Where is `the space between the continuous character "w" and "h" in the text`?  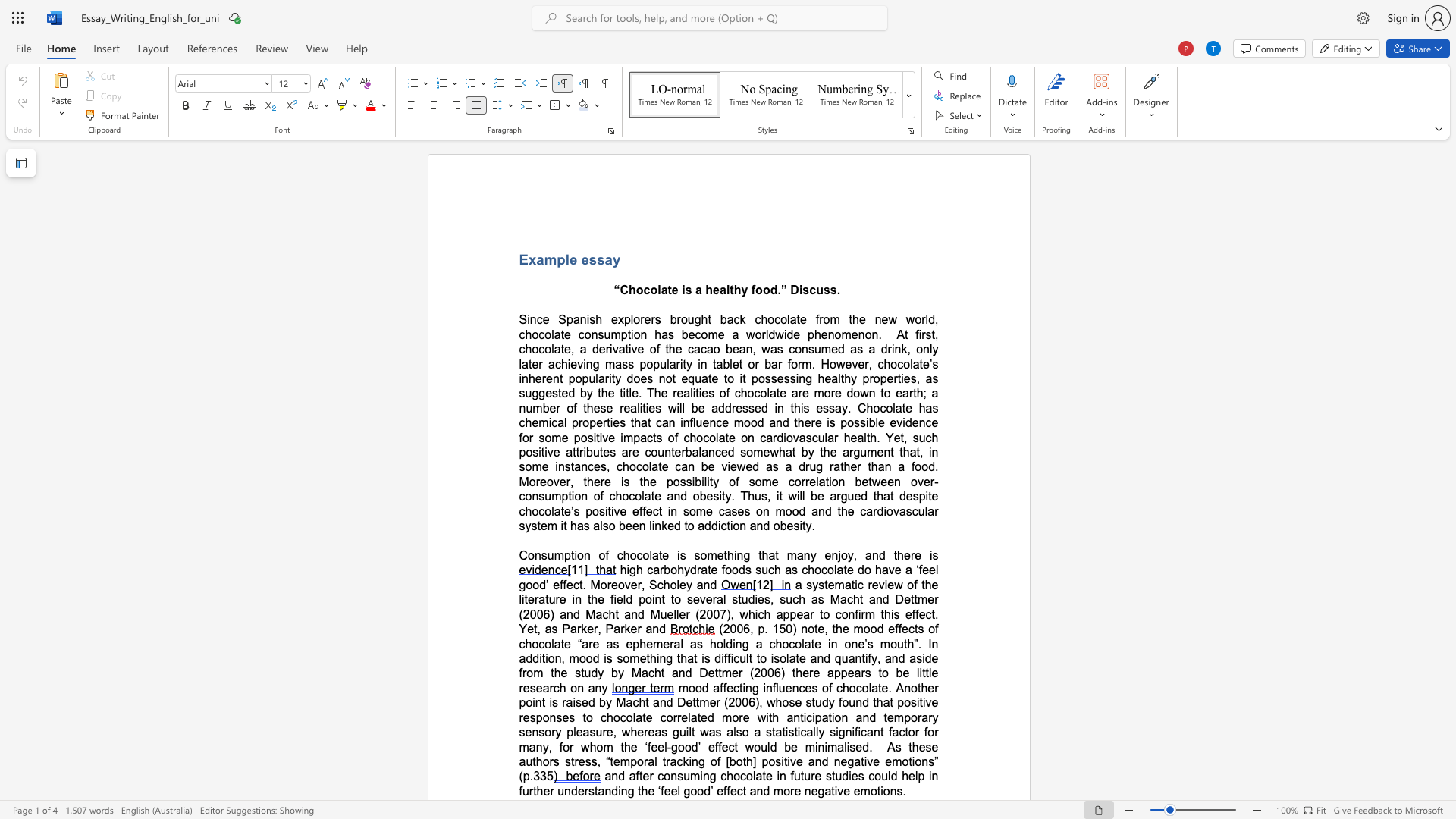
the space between the continuous character "w" and "h" in the text is located at coordinates (778, 451).